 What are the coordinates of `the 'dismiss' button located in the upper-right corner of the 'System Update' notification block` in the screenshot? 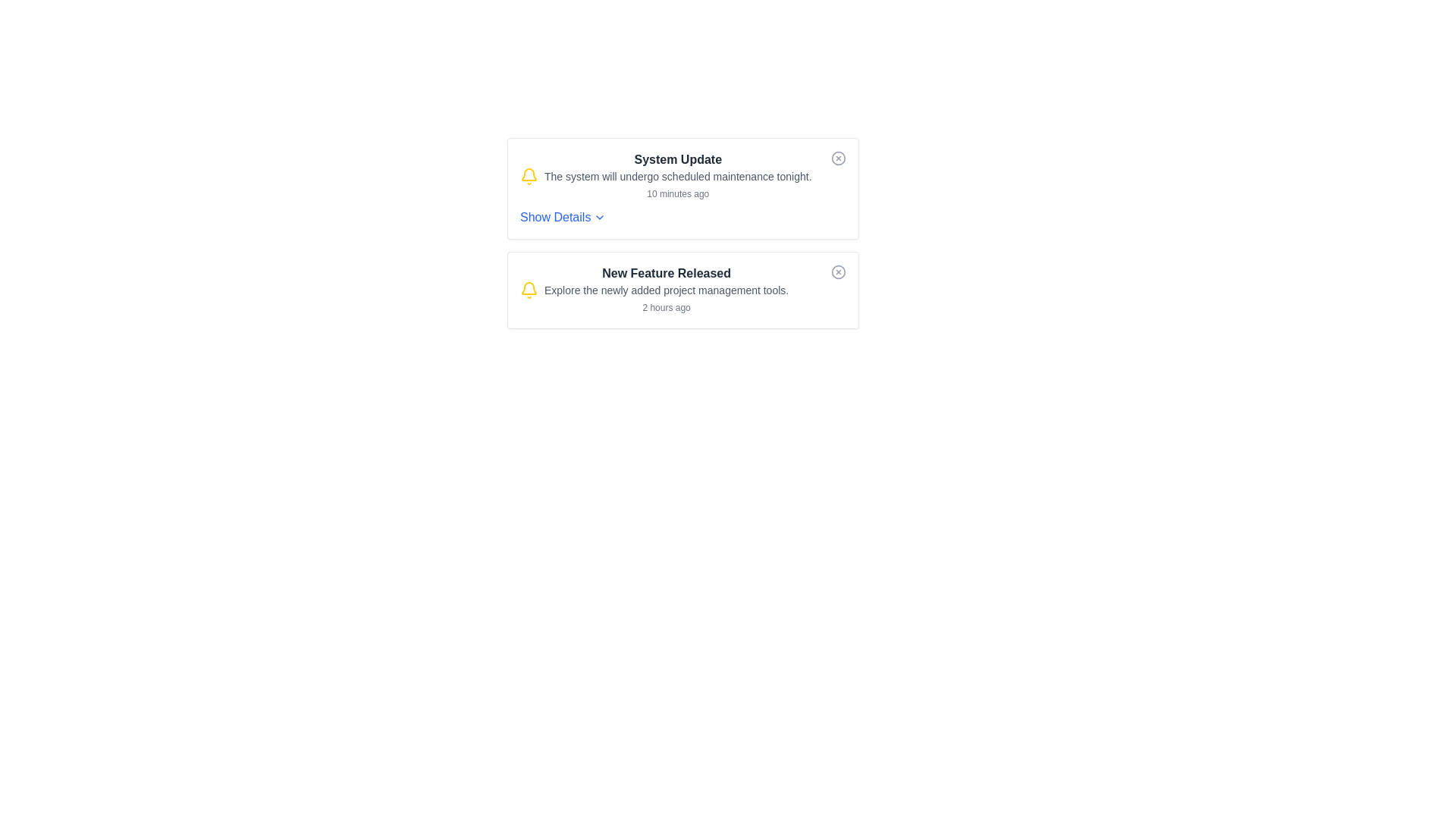 It's located at (837, 158).